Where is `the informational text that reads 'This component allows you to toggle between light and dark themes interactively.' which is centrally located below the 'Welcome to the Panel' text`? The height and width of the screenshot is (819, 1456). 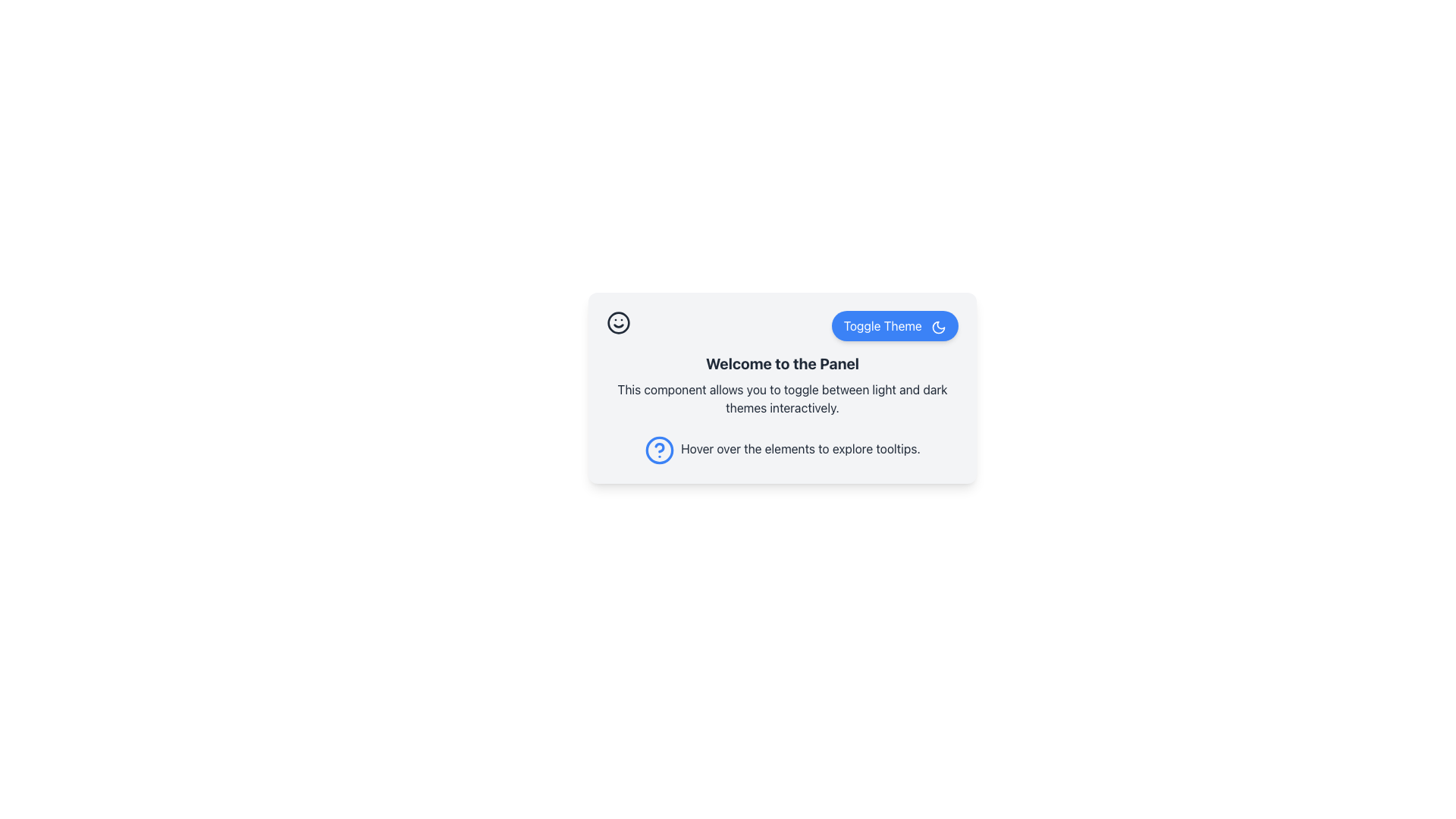
the informational text that reads 'This component allows you to toggle between light and dark themes interactively.' which is centrally located below the 'Welcome to the Panel' text is located at coordinates (783, 397).